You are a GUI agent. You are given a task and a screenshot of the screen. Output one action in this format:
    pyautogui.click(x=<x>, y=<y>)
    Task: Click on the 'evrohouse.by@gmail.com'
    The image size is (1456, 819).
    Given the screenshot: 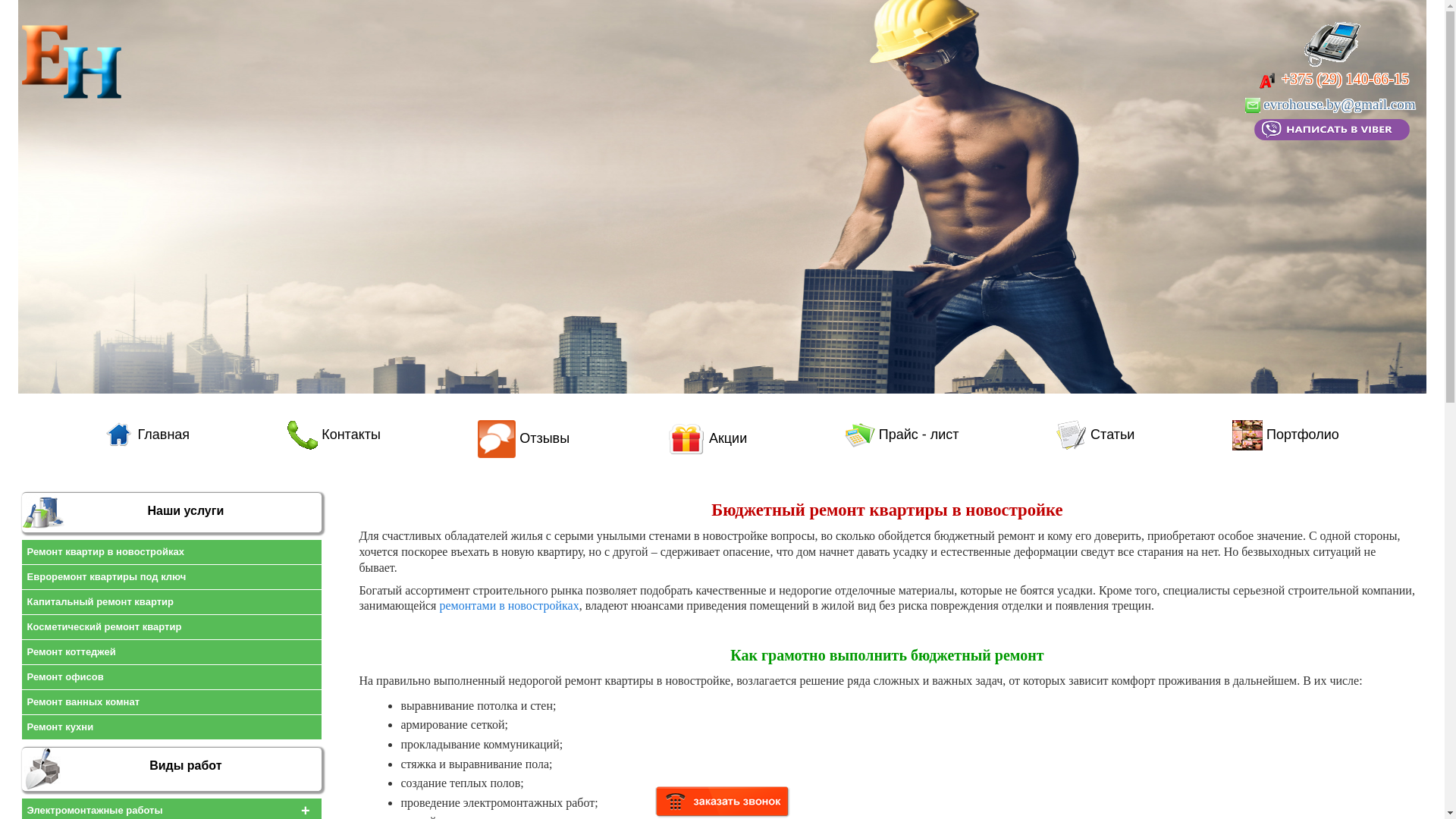 What is the action you would take?
    pyautogui.click(x=1331, y=103)
    